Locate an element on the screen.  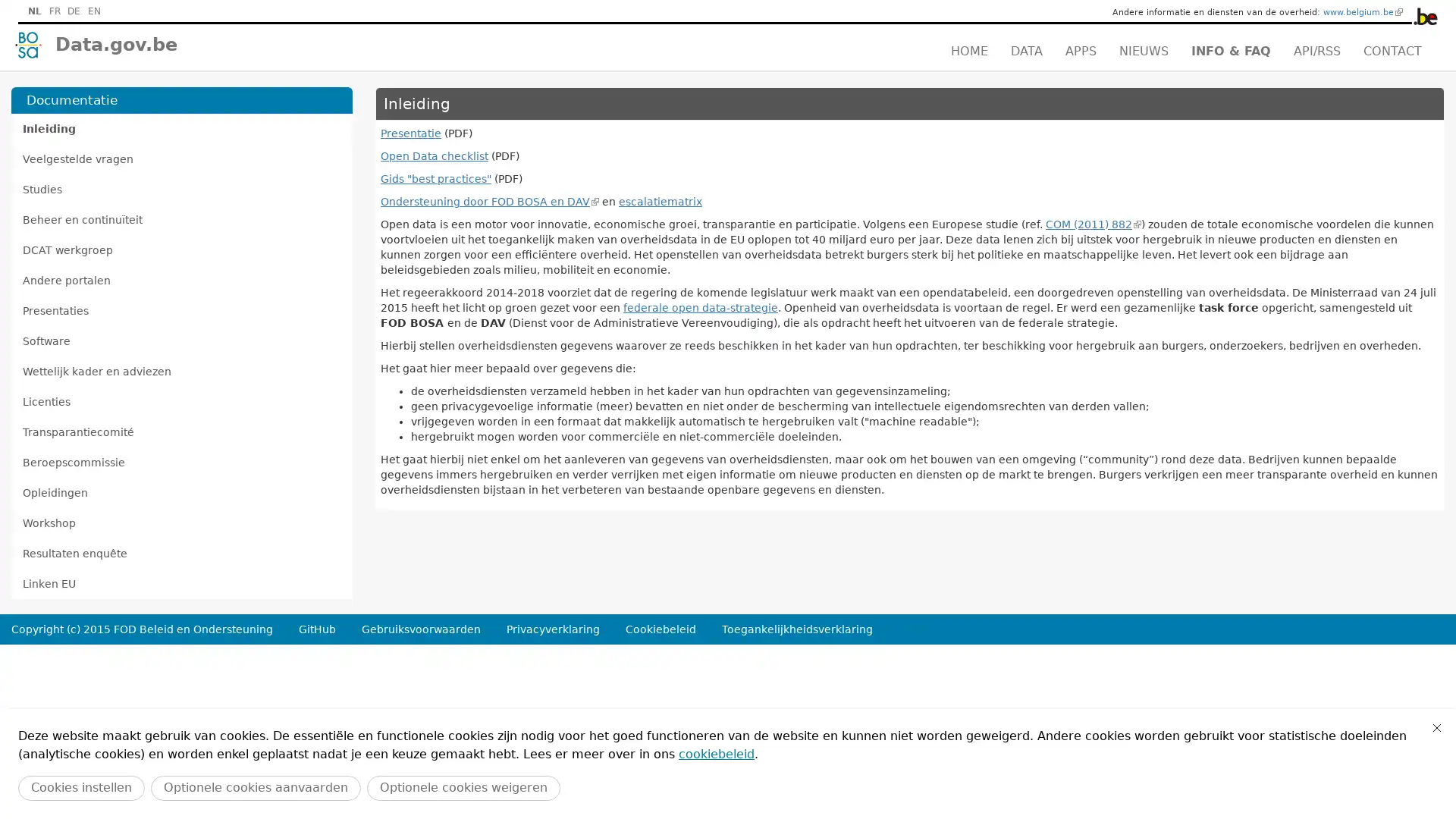
Cookies instellen is located at coordinates (80, 787).